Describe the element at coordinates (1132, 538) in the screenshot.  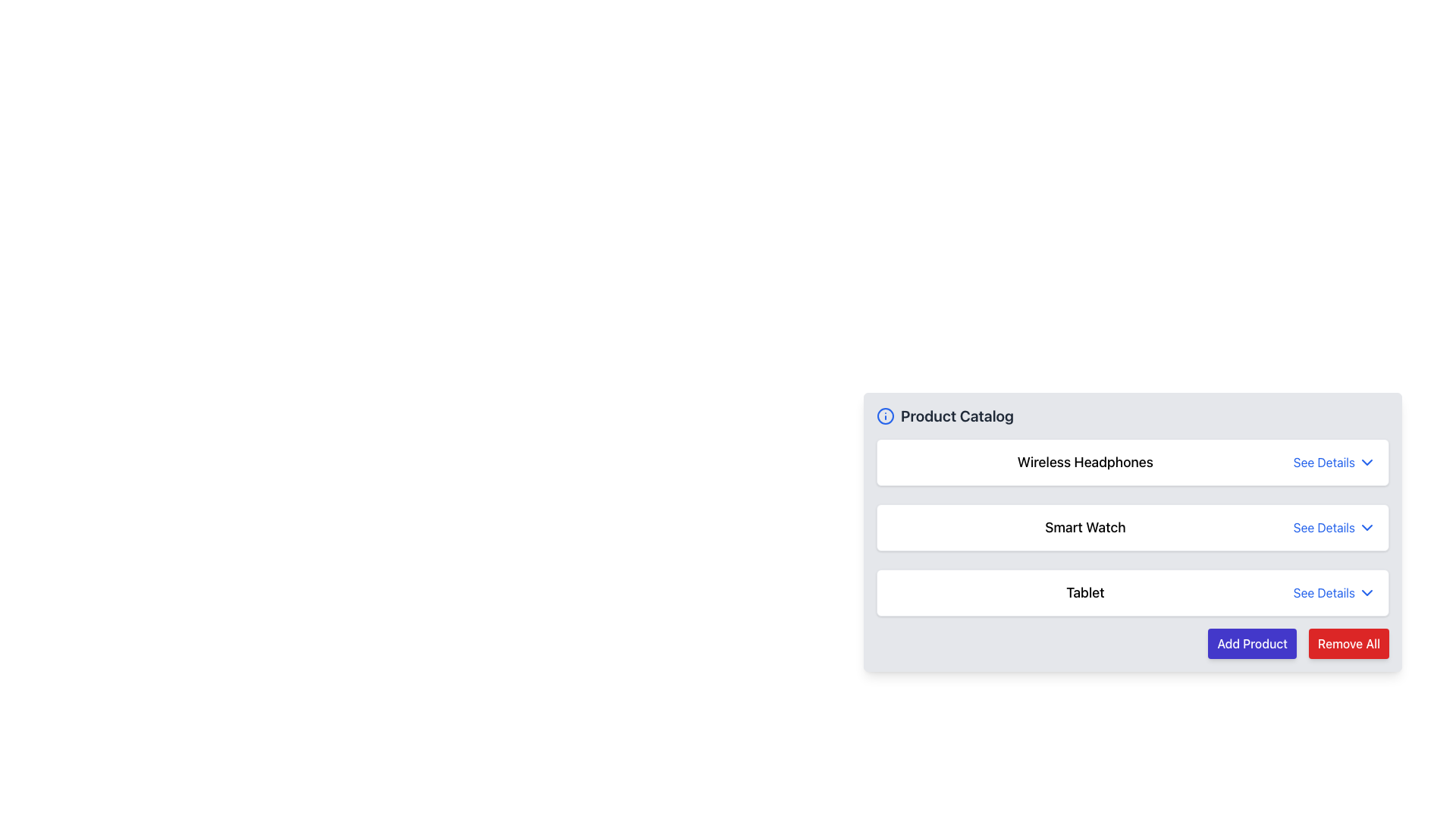
I see `the 'Smart Watch' product card in the product catalog` at that location.